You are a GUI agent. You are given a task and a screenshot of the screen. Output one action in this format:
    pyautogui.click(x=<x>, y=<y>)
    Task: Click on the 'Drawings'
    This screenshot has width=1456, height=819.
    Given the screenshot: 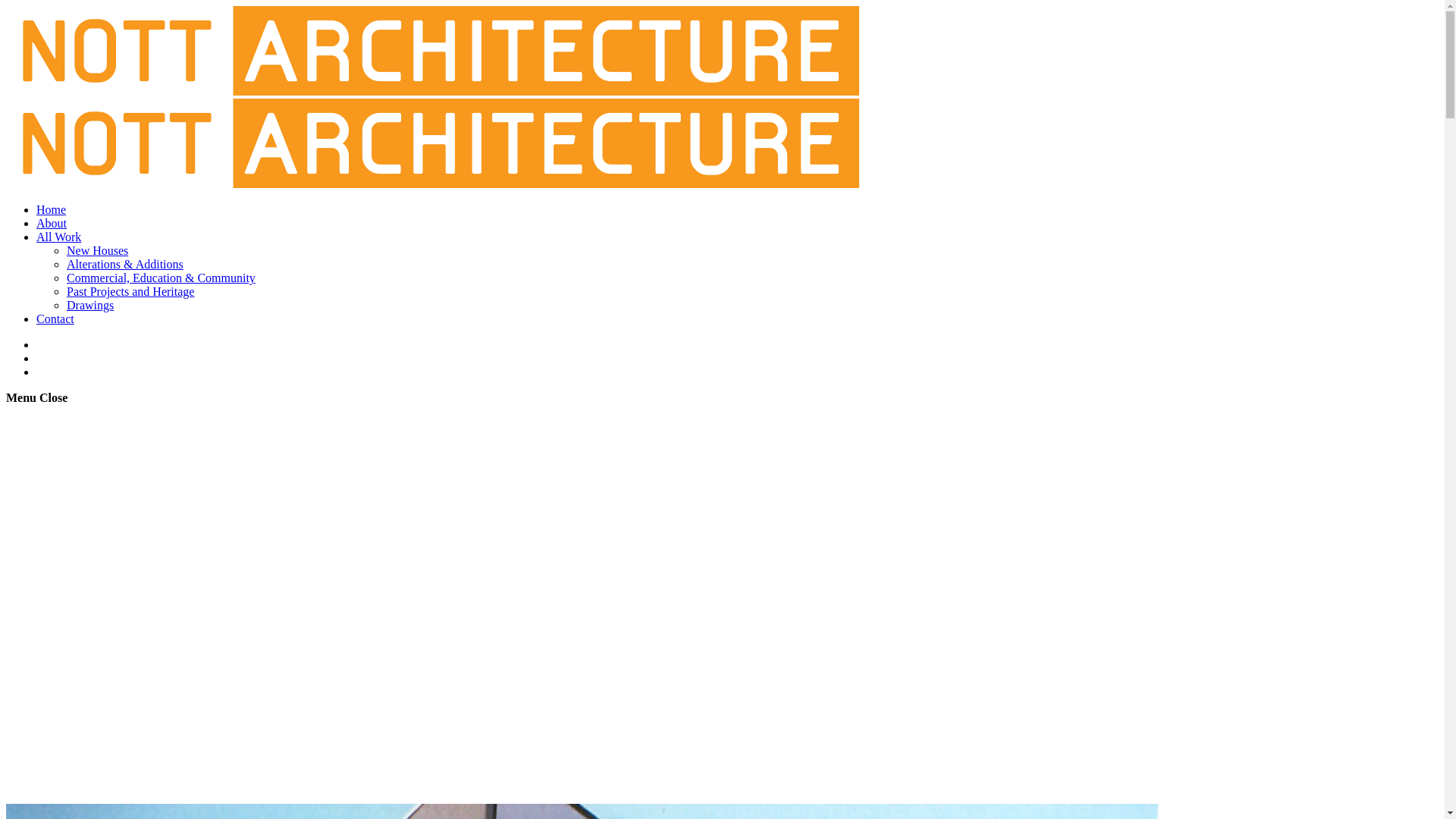 What is the action you would take?
    pyautogui.click(x=65, y=305)
    